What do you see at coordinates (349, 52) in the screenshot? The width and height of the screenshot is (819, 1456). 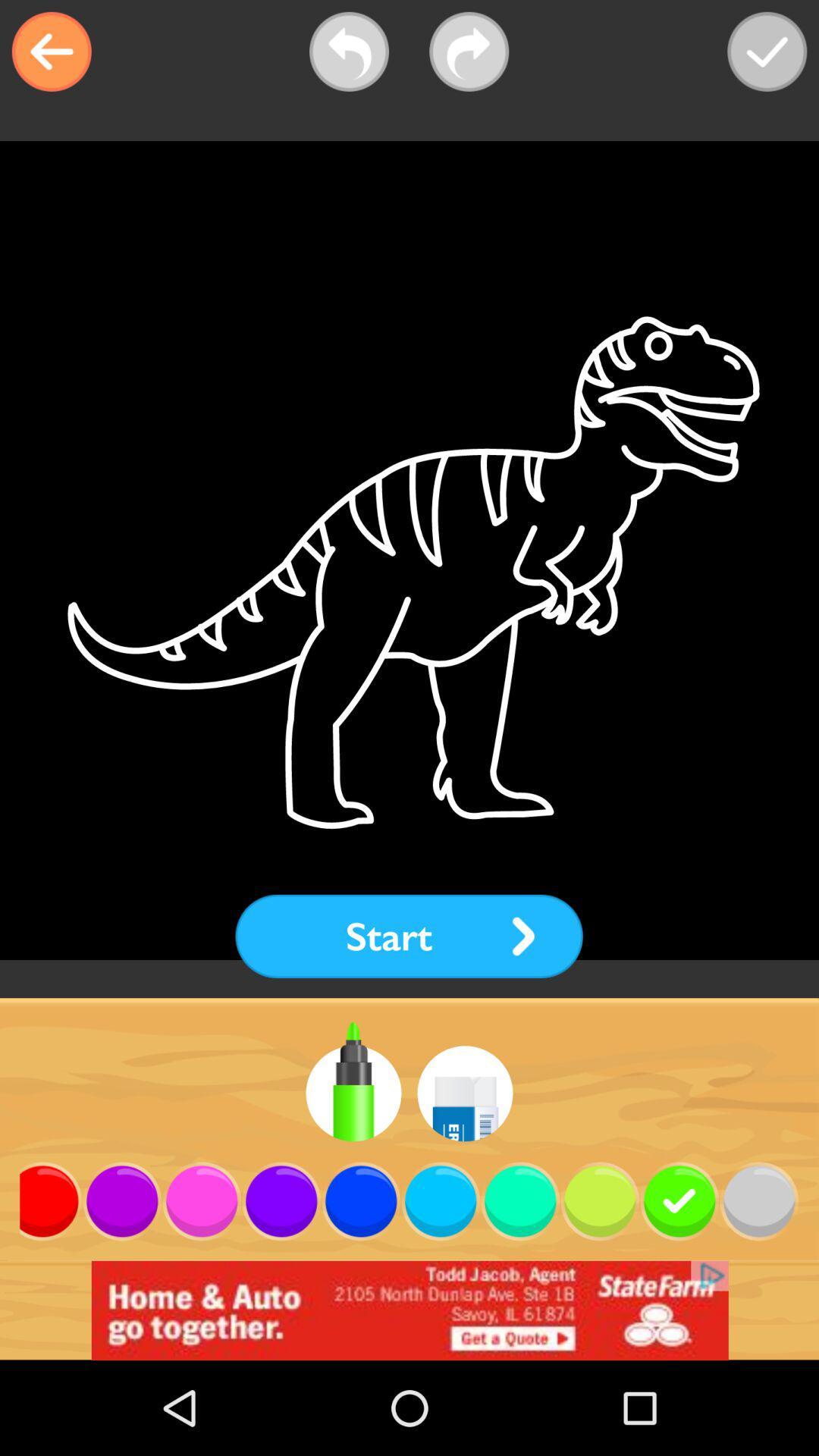 I see `go previous` at bounding box center [349, 52].